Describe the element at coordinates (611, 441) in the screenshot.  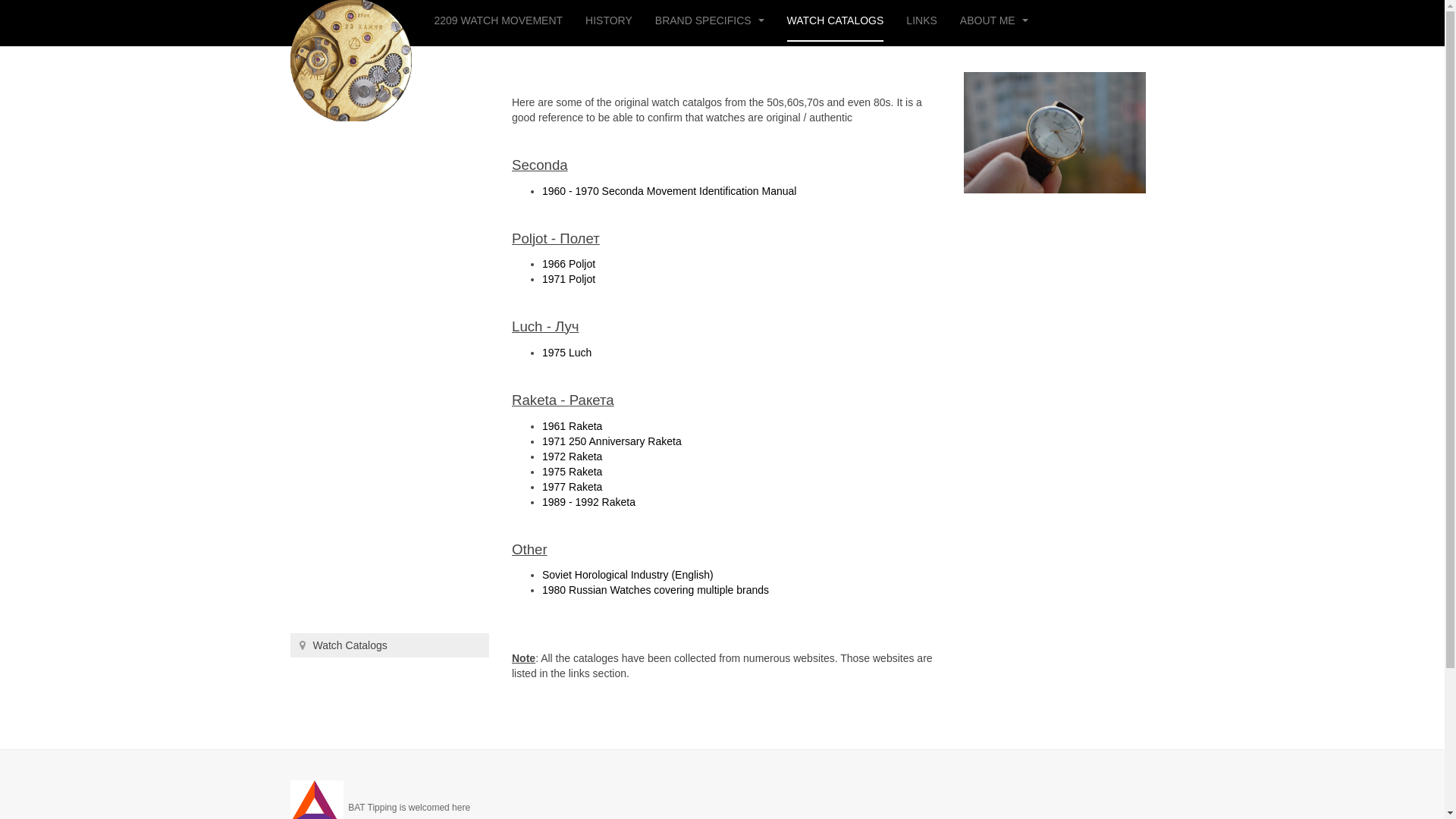
I see `'1971 250 Anniversary Raketa'` at that location.